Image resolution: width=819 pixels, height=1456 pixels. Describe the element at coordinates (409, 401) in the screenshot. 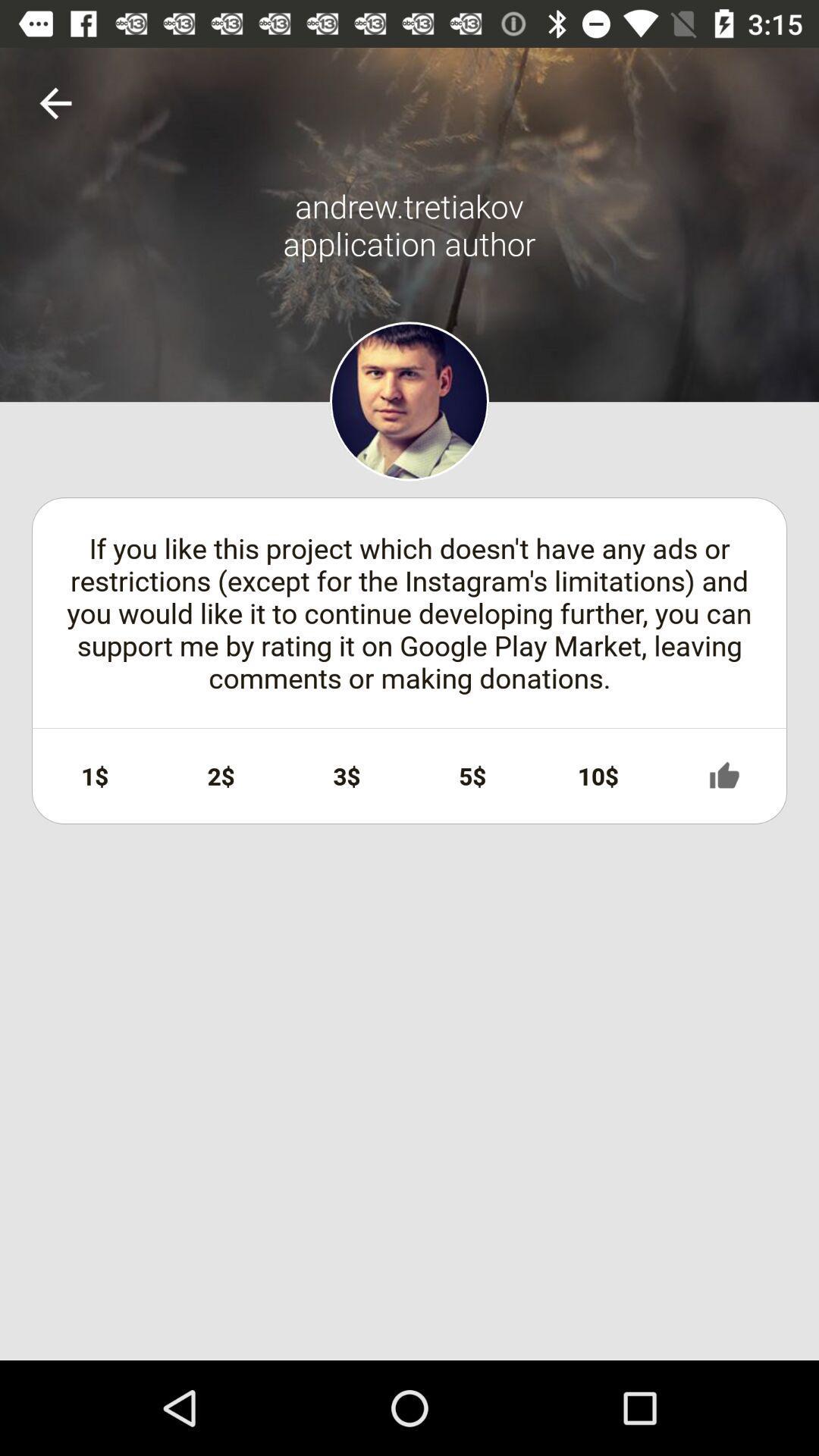

I see `user profile image` at that location.